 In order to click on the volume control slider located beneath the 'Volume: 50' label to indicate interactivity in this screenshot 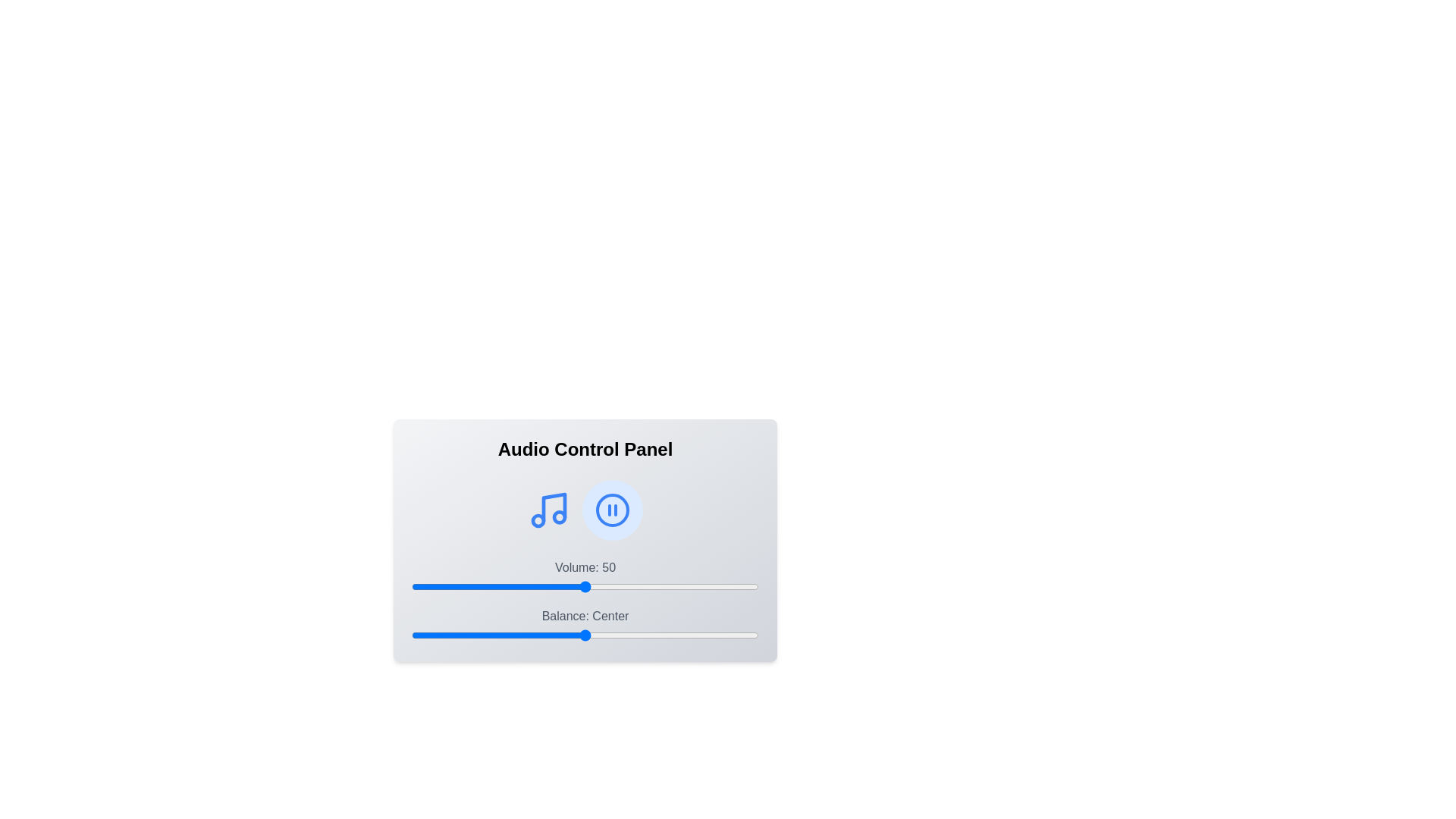, I will do `click(585, 586)`.